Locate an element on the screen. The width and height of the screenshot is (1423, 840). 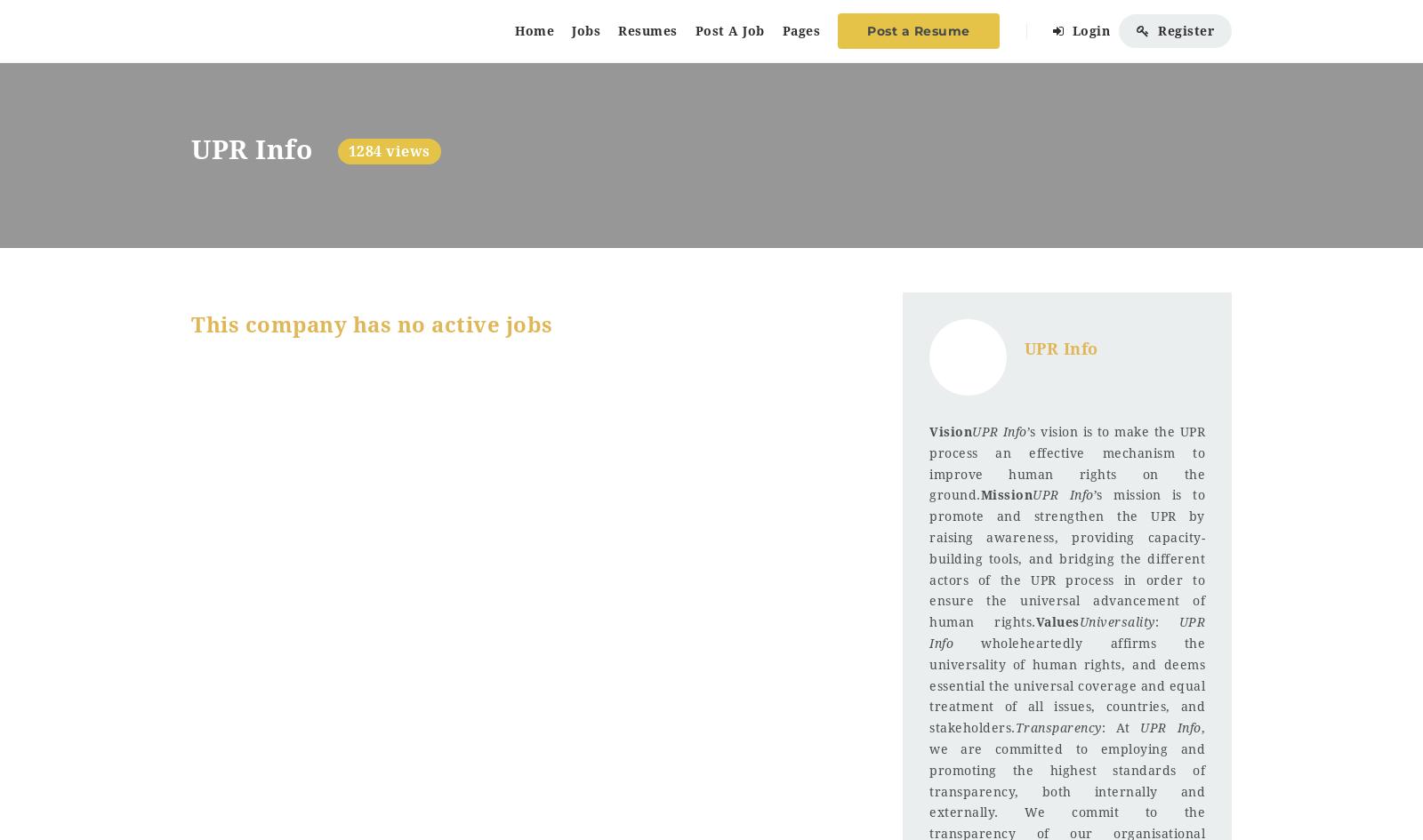
'Pages' is located at coordinates (800, 30).